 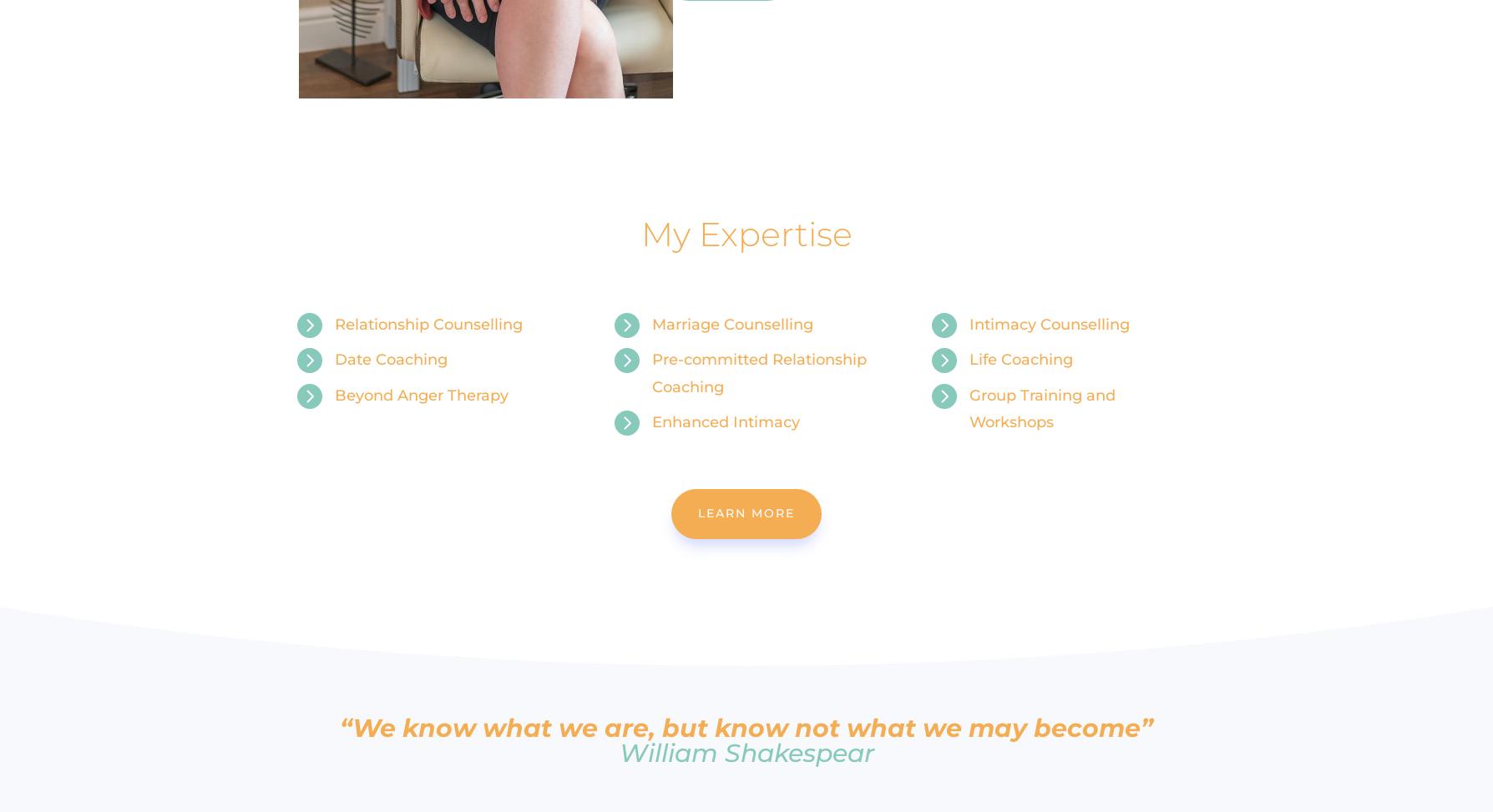 What do you see at coordinates (1019, 360) in the screenshot?
I see `'Life Coaching'` at bounding box center [1019, 360].